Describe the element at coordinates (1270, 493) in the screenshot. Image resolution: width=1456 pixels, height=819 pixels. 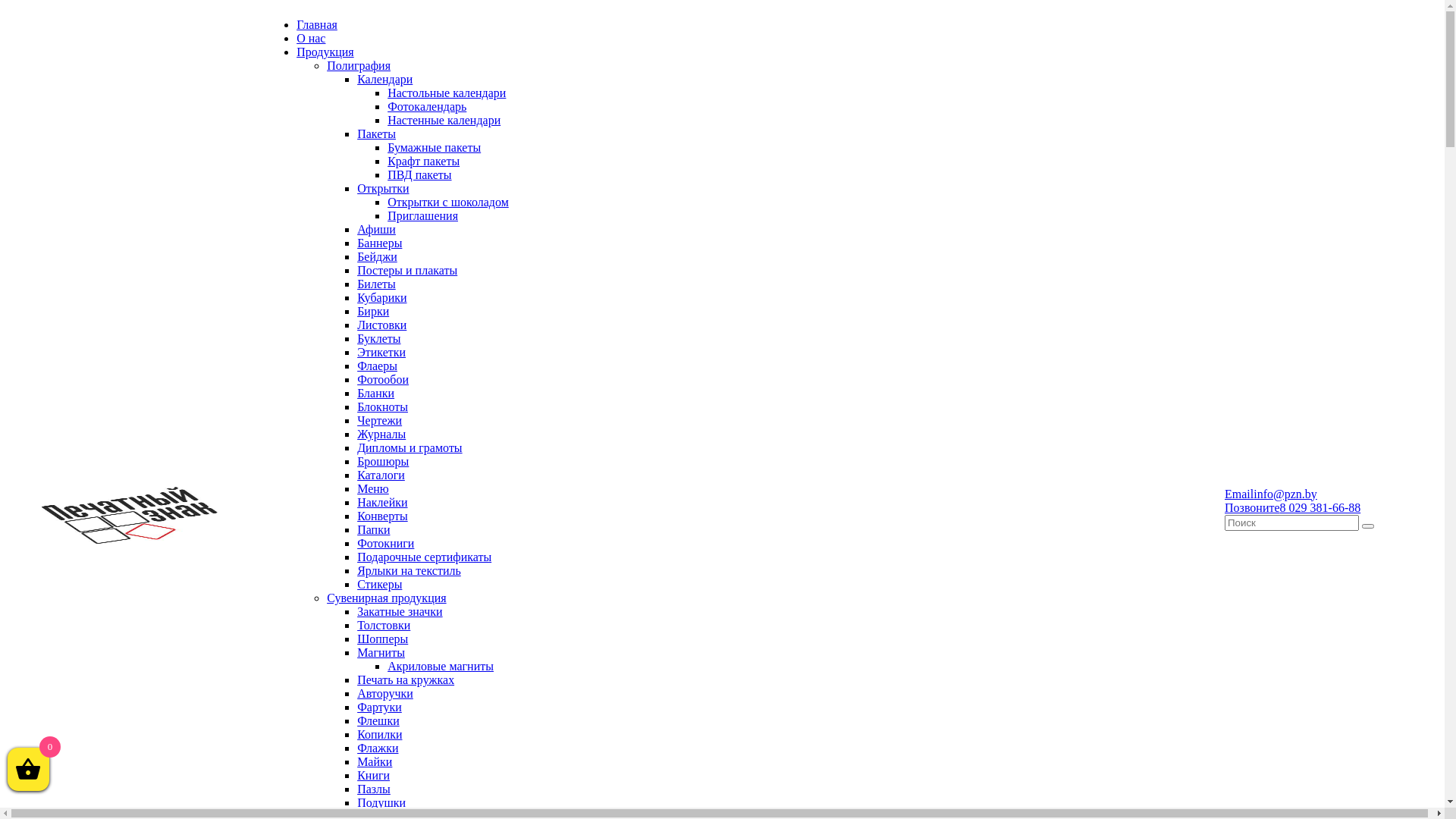
I see `'Emailinfo@pzn.by'` at that location.